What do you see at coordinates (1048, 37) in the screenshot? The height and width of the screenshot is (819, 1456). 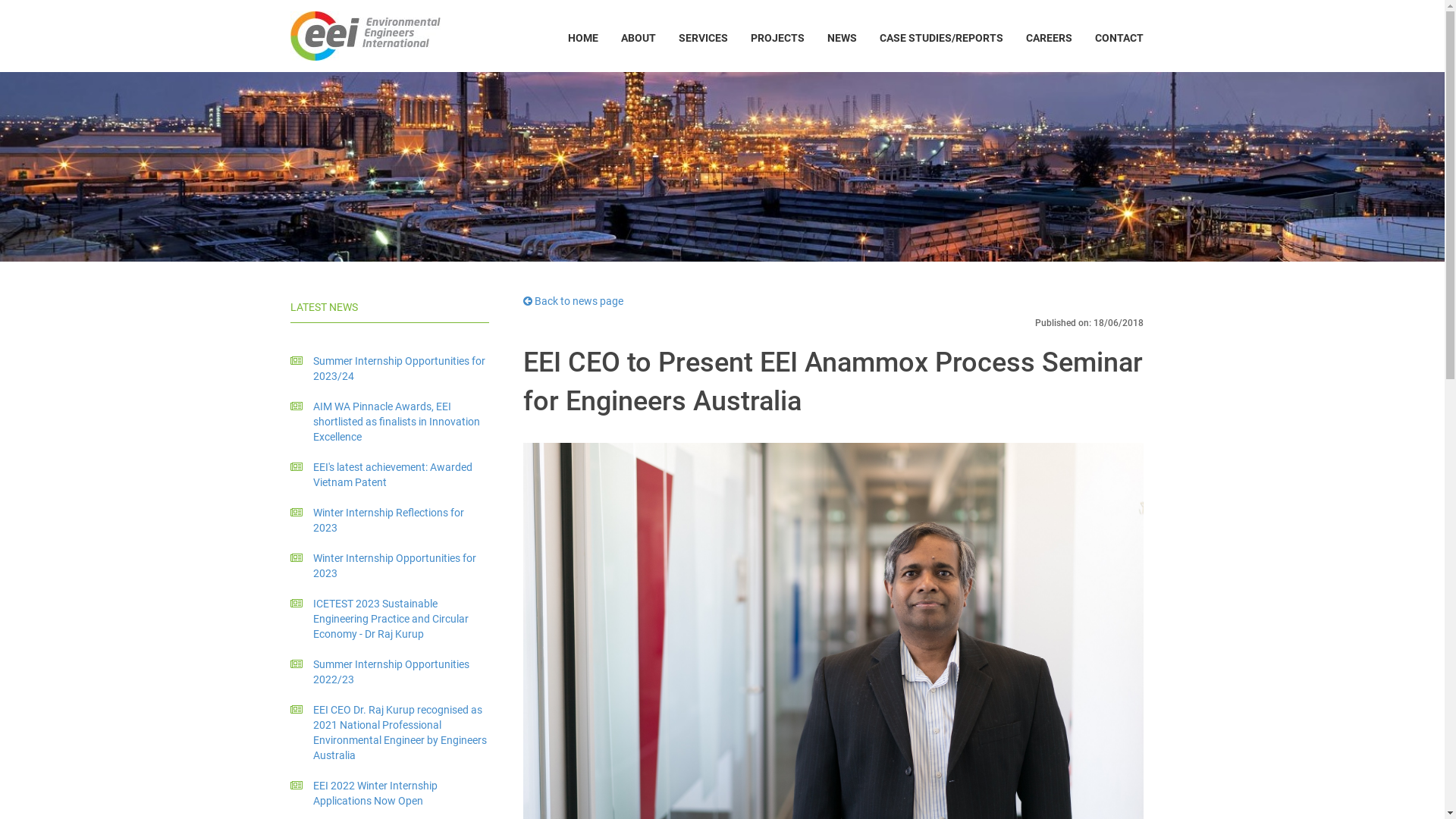 I see `'CAREERS'` at bounding box center [1048, 37].